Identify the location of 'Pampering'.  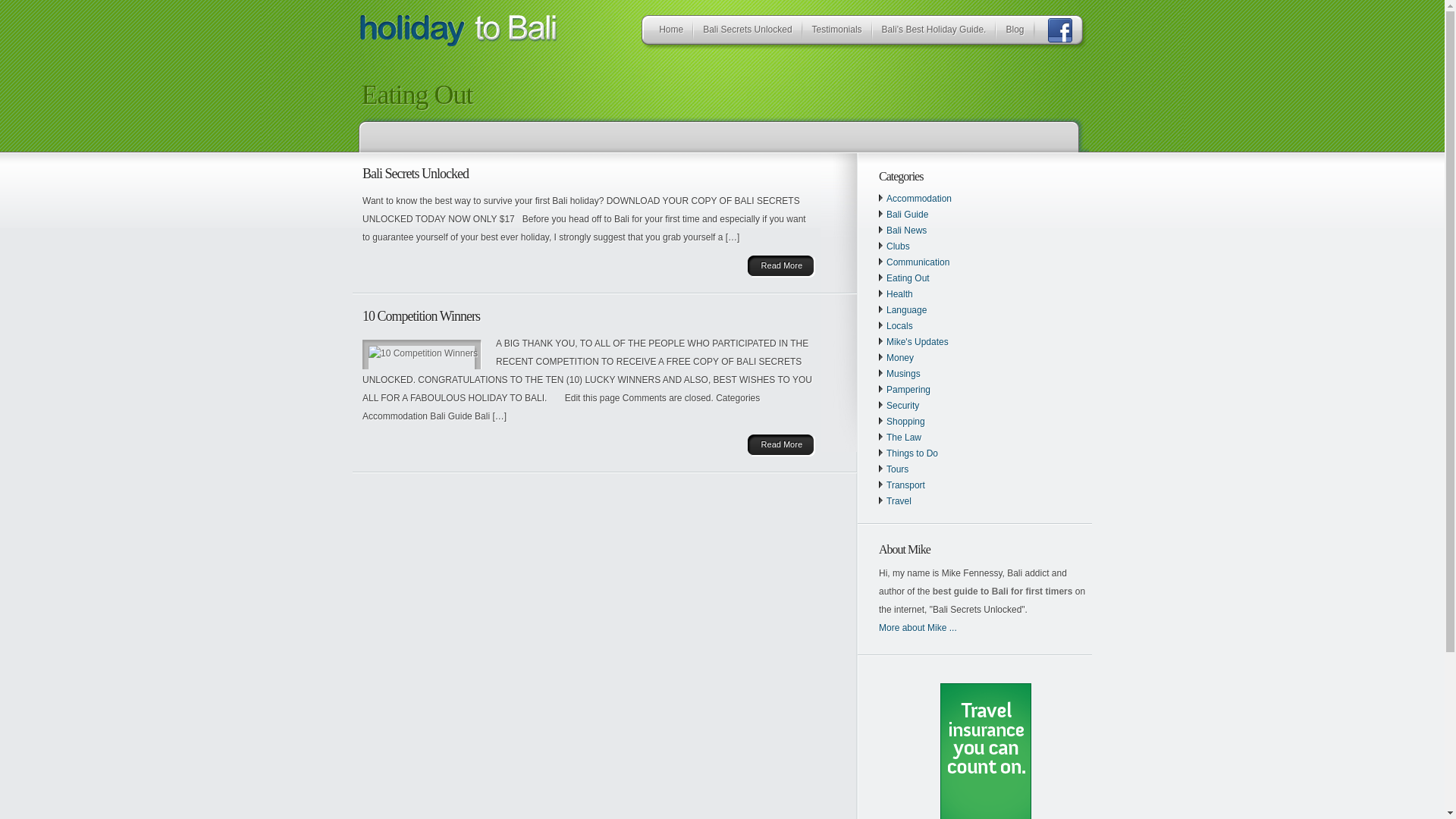
(886, 388).